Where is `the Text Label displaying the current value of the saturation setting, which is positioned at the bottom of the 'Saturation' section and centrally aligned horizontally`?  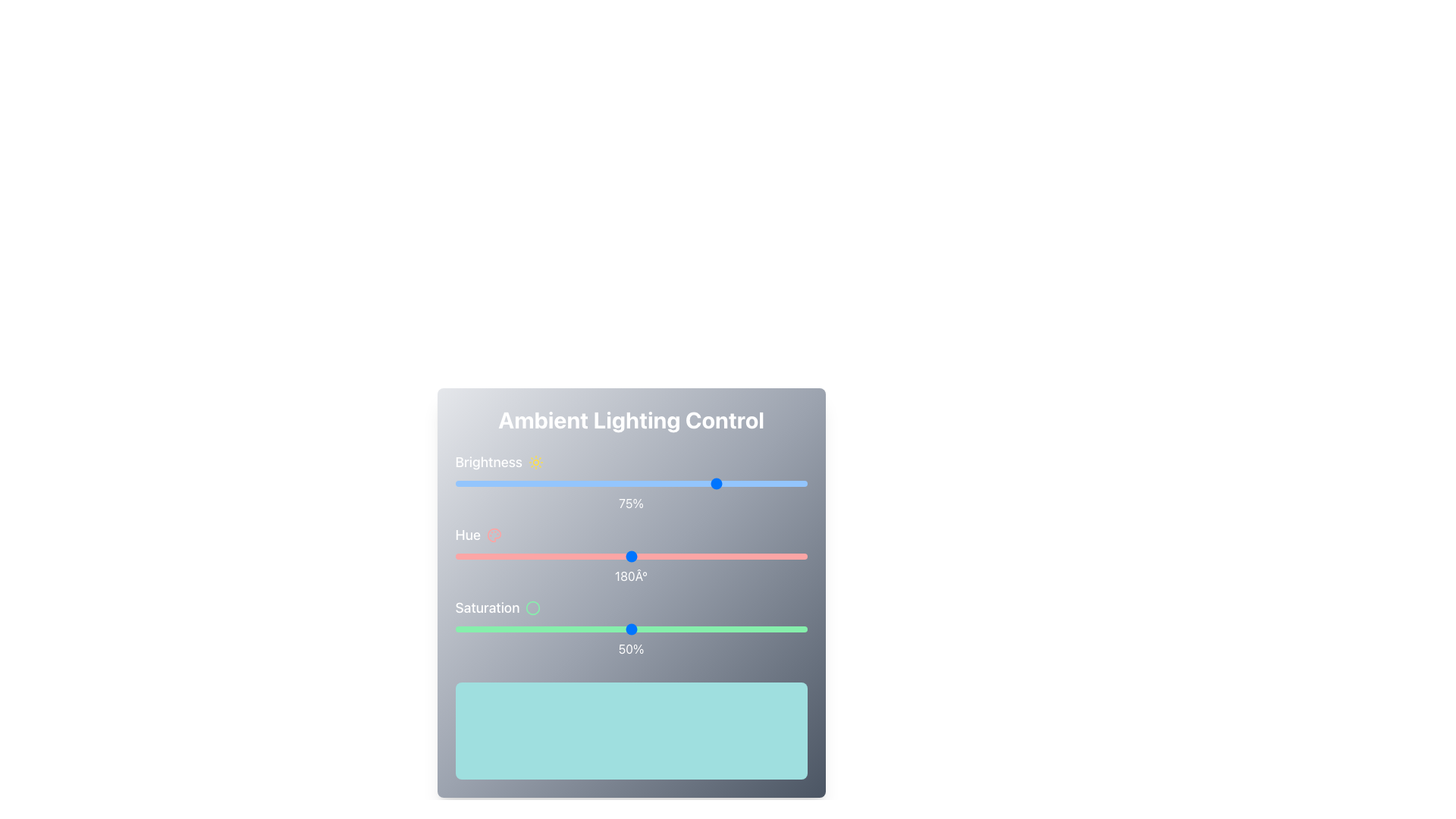
the Text Label displaying the current value of the saturation setting, which is positioned at the bottom of the 'Saturation' section and centrally aligned horizontally is located at coordinates (631, 648).